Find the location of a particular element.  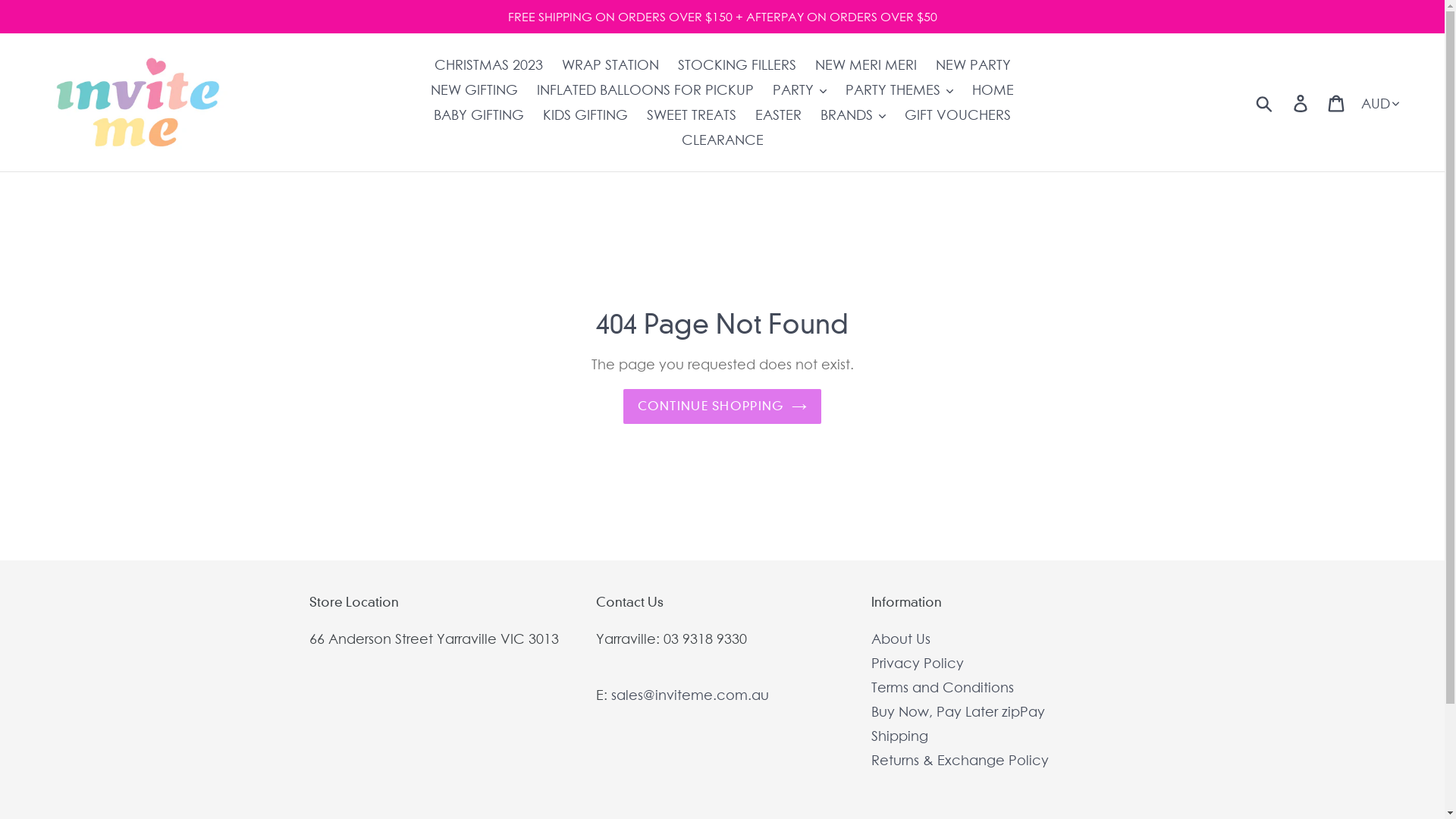

'STOCKING FILLERS' is located at coordinates (736, 64).